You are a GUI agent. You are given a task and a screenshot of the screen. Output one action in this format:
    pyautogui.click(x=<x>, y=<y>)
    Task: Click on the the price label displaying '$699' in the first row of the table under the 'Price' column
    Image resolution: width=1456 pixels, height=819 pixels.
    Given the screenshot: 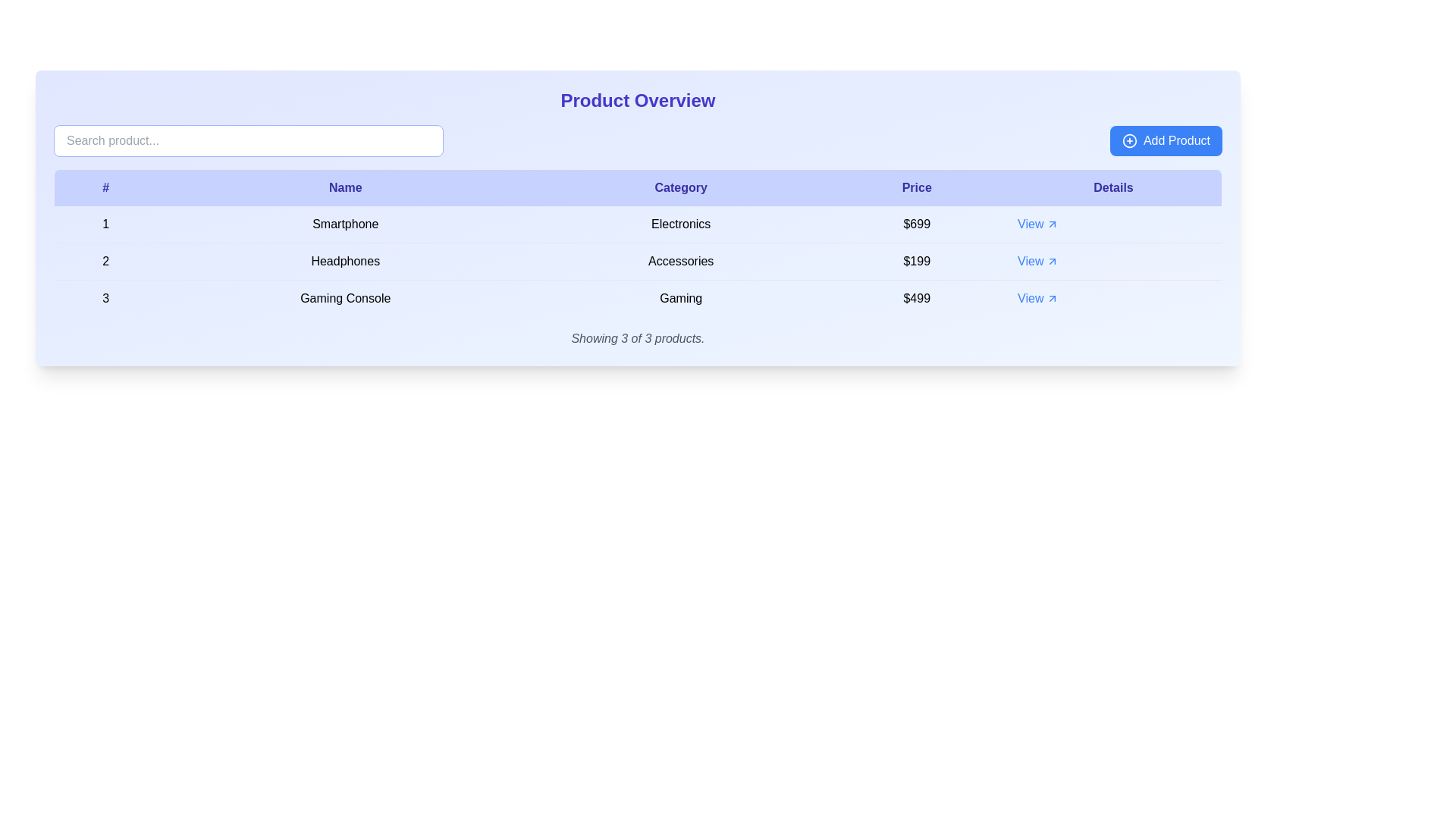 What is the action you would take?
    pyautogui.click(x=916, y=224)
    